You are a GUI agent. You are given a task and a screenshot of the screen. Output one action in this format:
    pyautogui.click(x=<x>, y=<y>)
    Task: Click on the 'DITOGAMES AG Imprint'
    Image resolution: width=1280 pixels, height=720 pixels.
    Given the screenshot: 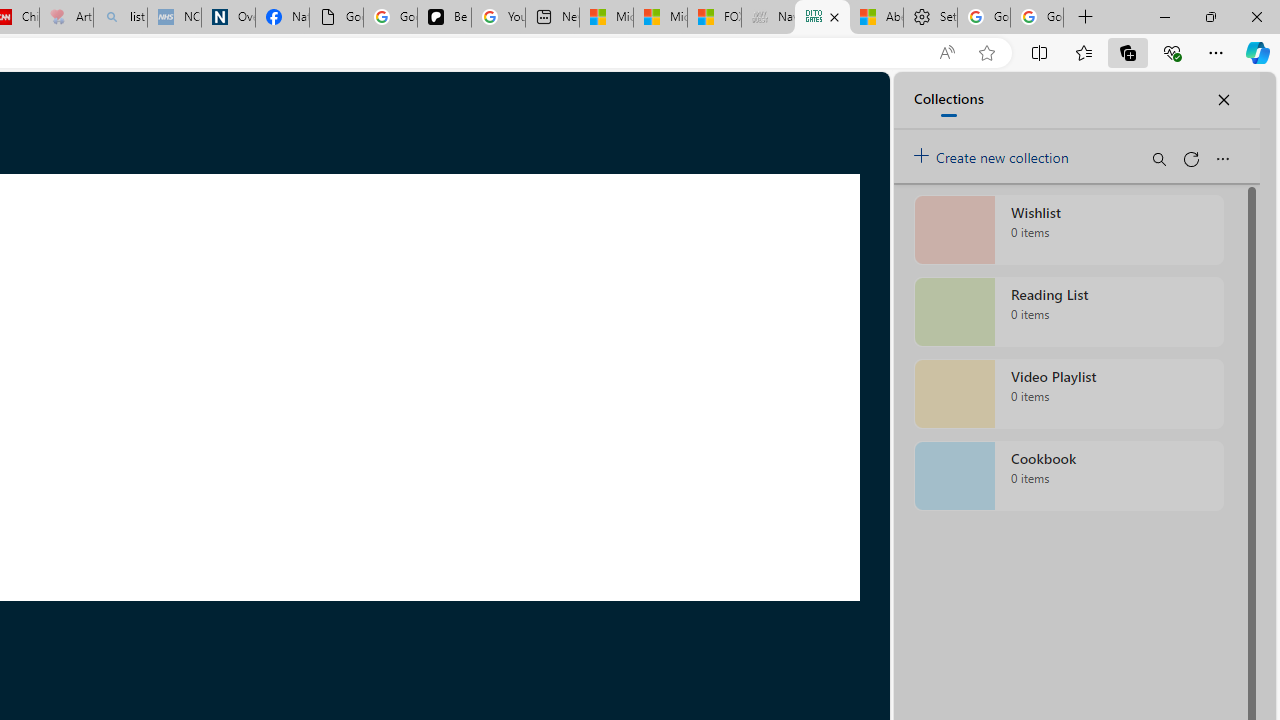 What is the action you would take?
    pyautogui.click(x=822, y=17)
    